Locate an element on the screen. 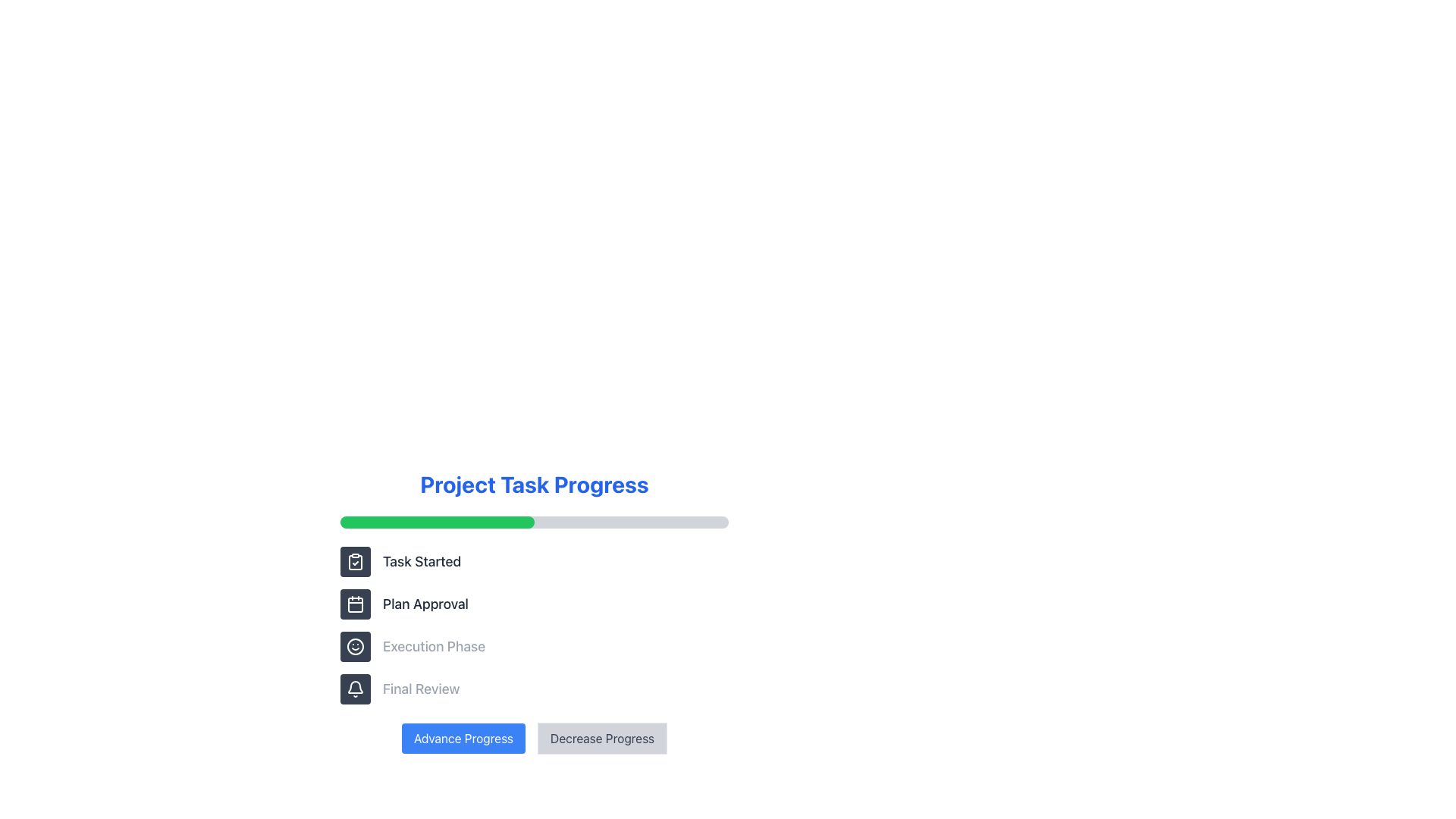  the text label displaying 'Task Started', which is the first element in a vertical list on the left side of the interface, located below the 'Project Task Progress' progress bar is located at coordinates (422, 561).